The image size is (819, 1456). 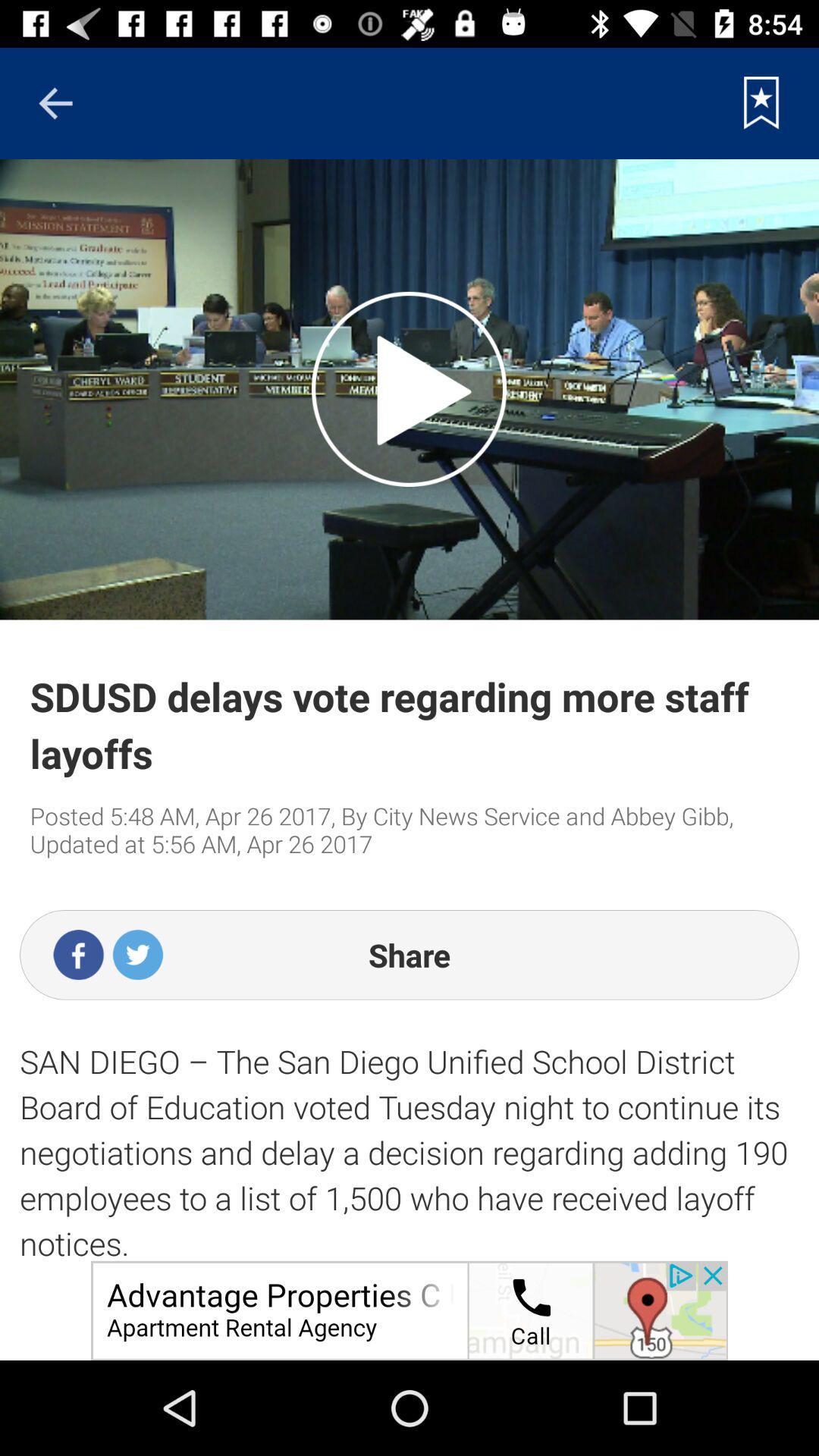 I want to click on switch autoplay option, so click(x=408, y=389).